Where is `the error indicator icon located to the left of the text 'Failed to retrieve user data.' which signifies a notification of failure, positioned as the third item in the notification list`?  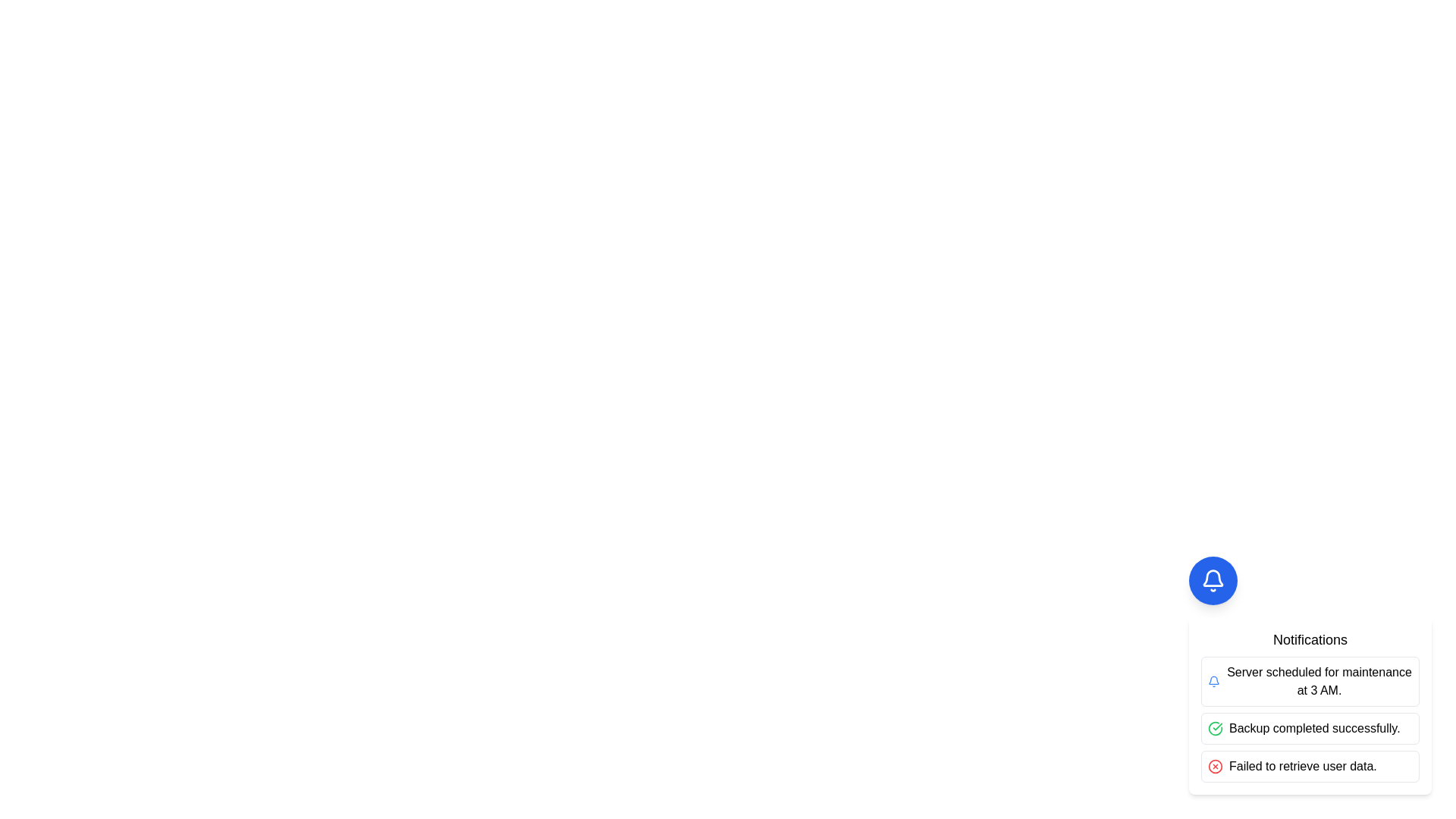 the error indicator icon located to the left of the text 'Failed to retrieve user data.' which signifies a notification of failure, positioned as the third item in the notification list is located at coordinates (1216, 766).